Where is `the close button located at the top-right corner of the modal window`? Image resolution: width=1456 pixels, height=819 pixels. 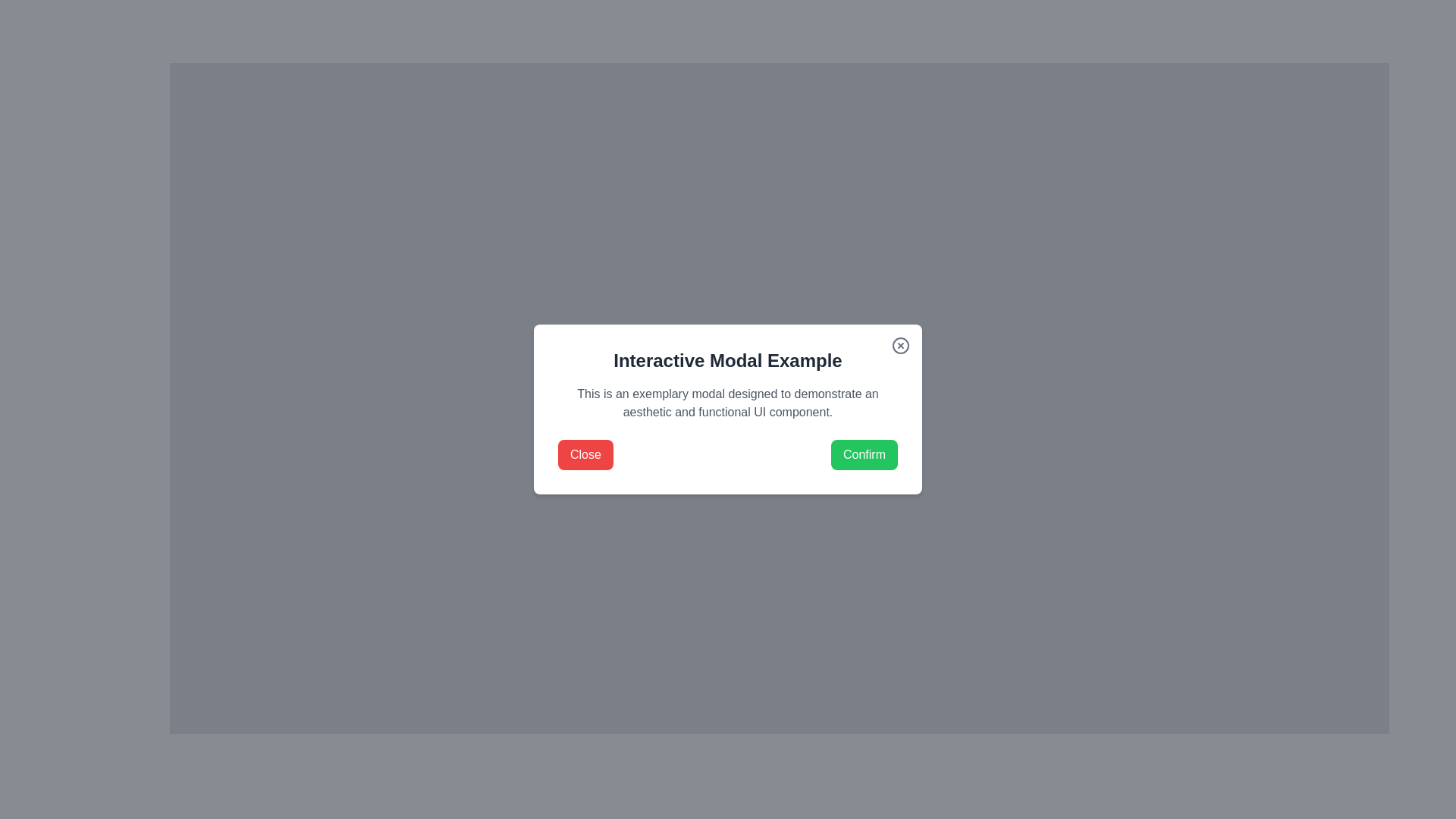 the close button located at the top-right corner of the modal window is located at coordinates (901, 345).